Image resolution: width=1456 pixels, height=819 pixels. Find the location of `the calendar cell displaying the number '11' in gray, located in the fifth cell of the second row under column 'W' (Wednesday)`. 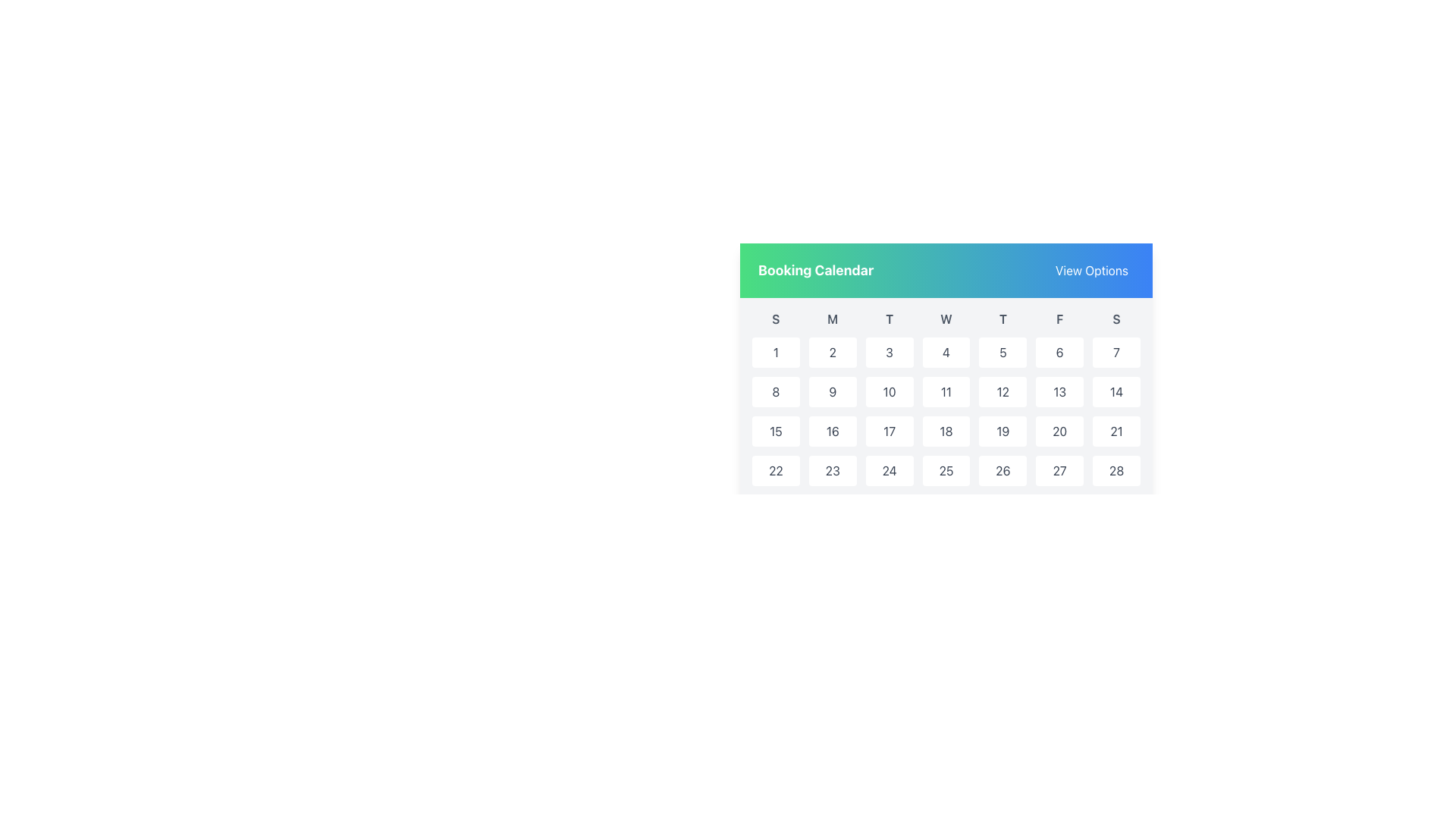

the calendar cell displaying the number '11' in gray, located in the fifth cell of the second row under column 'W' (Wednesday) is located at coordinates (946, 391).